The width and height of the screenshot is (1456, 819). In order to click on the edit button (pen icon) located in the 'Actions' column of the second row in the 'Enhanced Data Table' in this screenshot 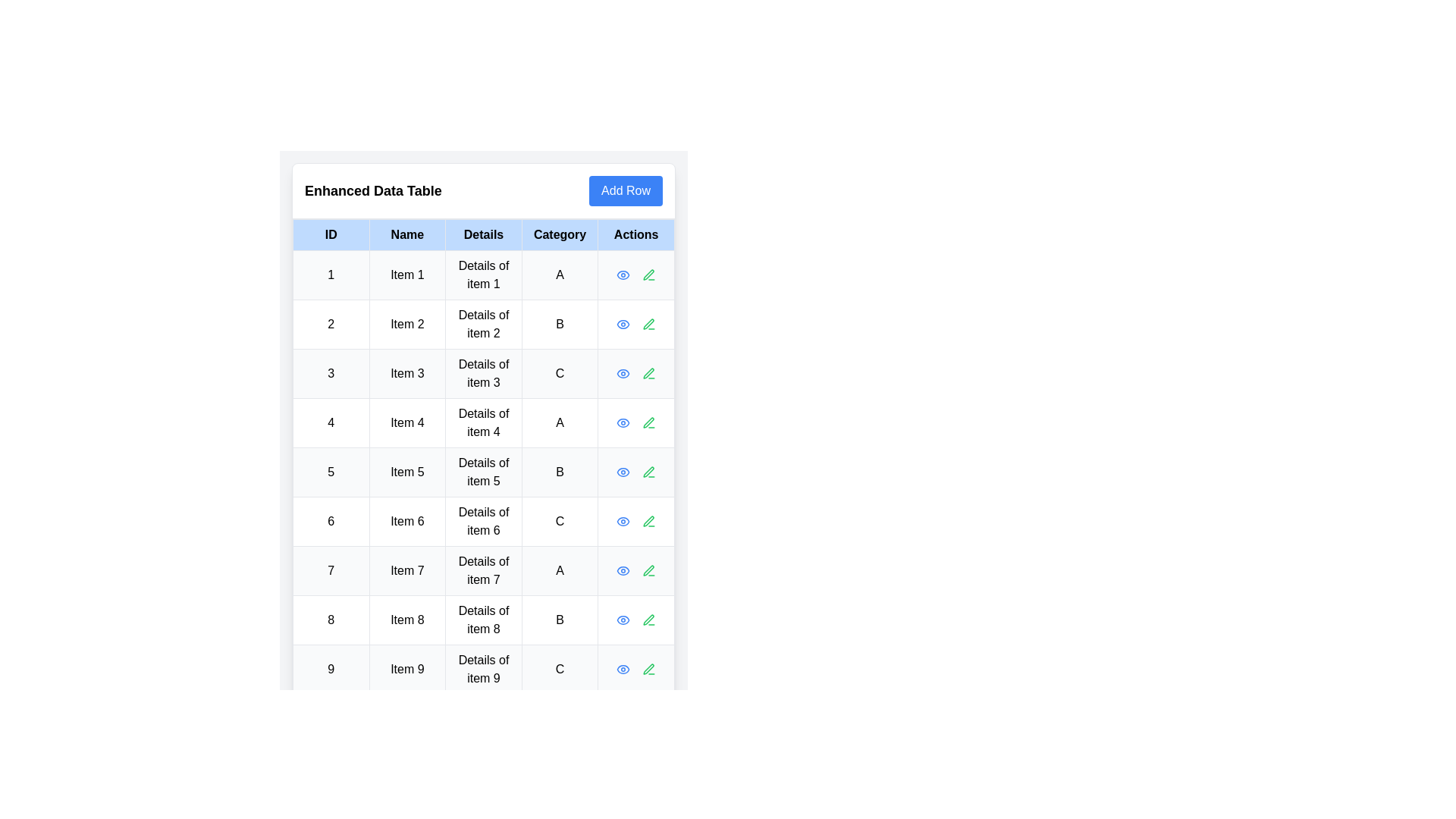, I will do `click(649, 324)`.